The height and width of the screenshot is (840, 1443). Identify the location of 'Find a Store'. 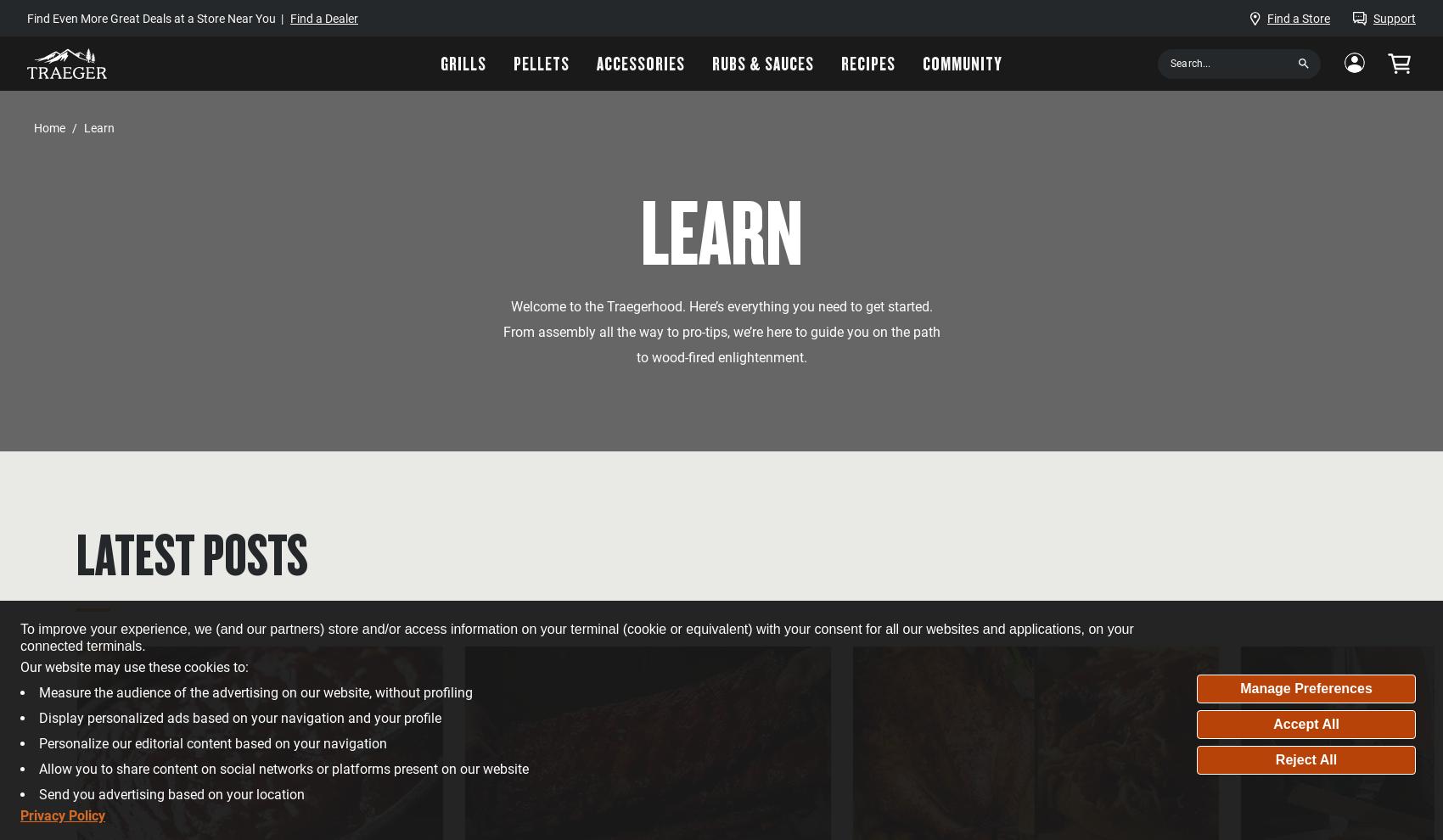
(1299, 16).